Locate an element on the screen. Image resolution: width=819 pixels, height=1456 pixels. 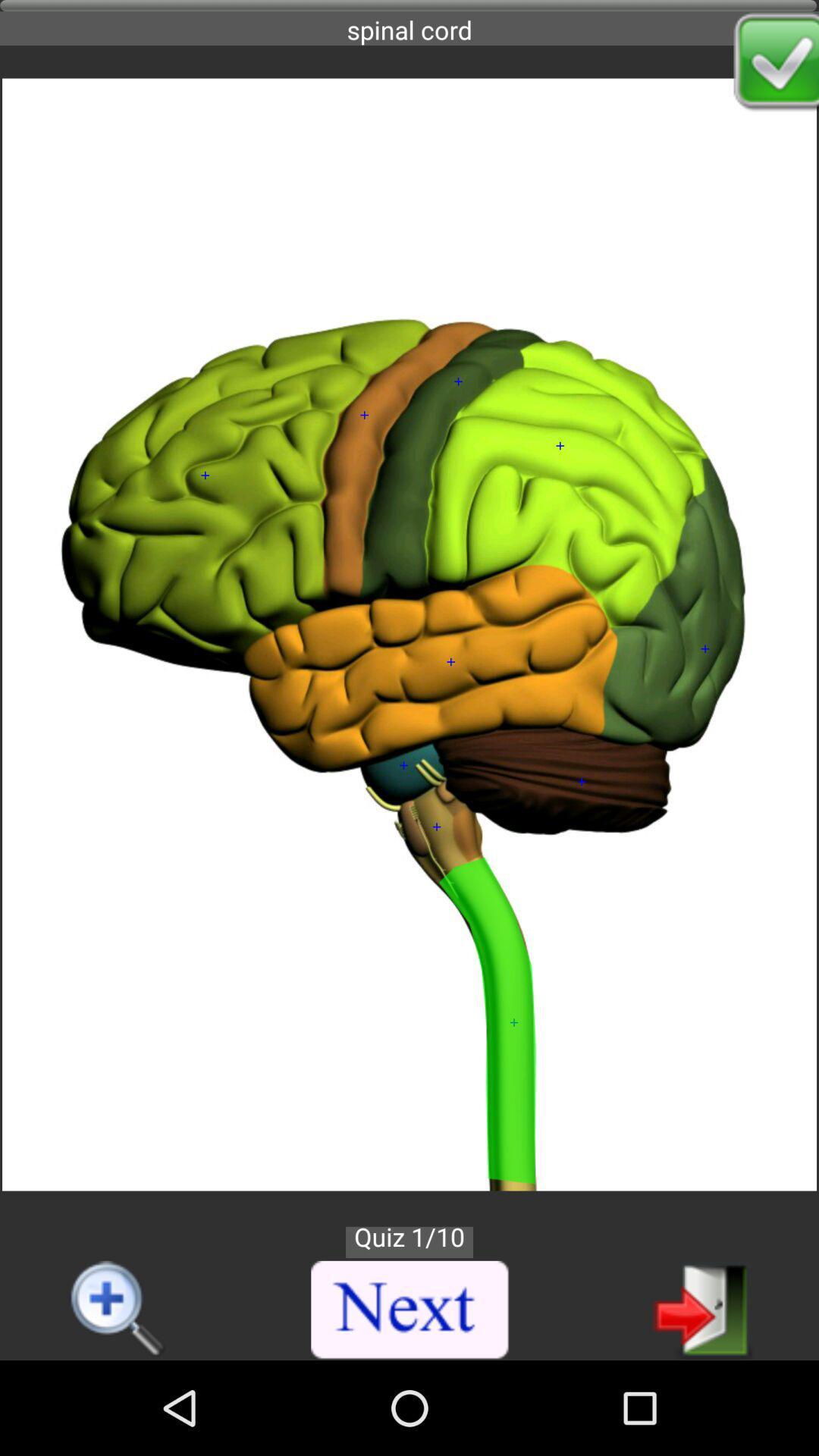
the item at the bottom left corner is located at coordinates (118, 1310).